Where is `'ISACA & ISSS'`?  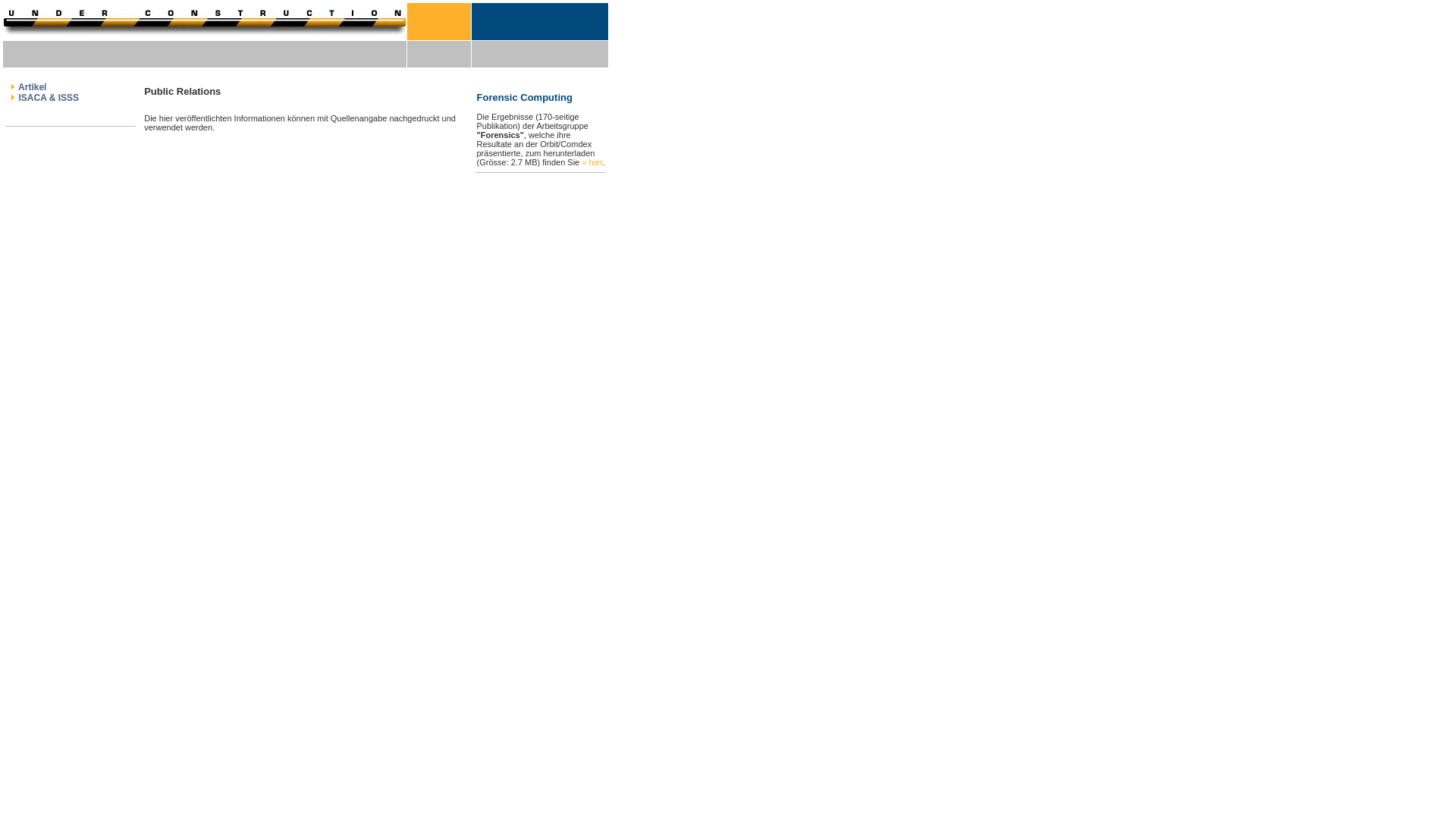 'ISACA & ISSS' is located at coordinates (47, 97).